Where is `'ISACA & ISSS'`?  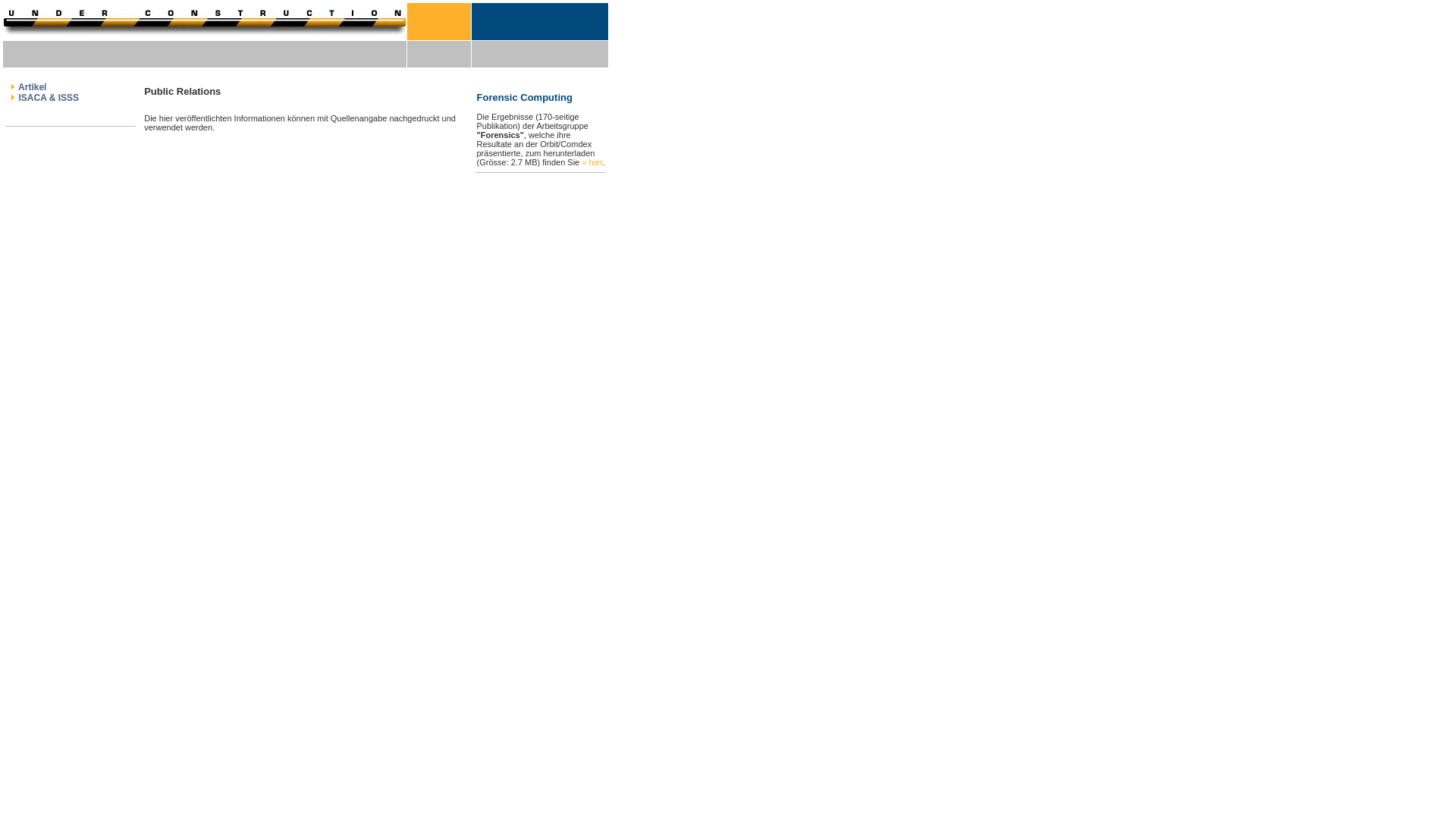 'ISACA & ISSS' is located at coordinates (47, 97).